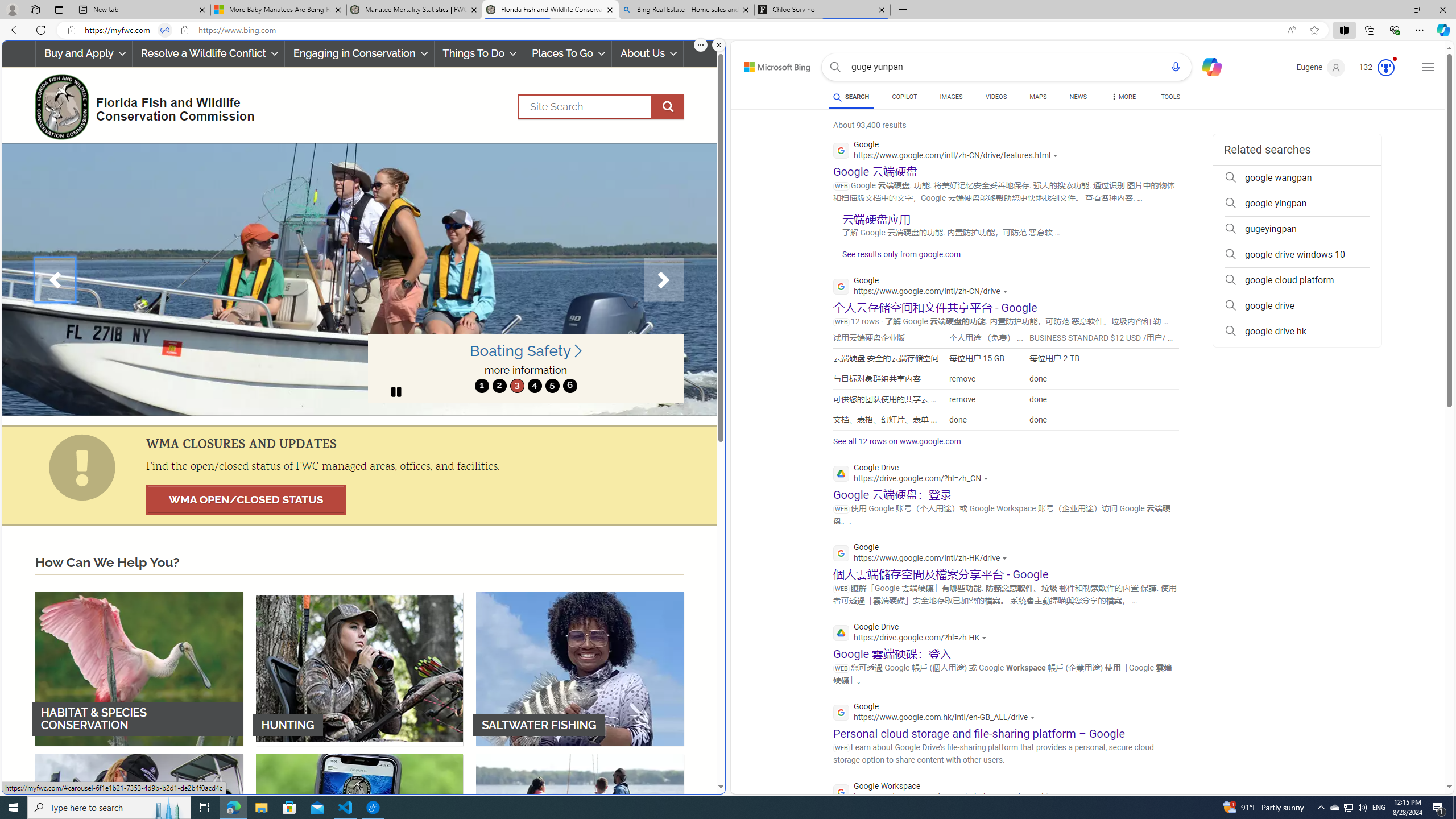 This screenshot has width=1456, height=819. Describe the element at coordinates (851, 96) in the screenshot. I see `'SEARCH'` at that location.